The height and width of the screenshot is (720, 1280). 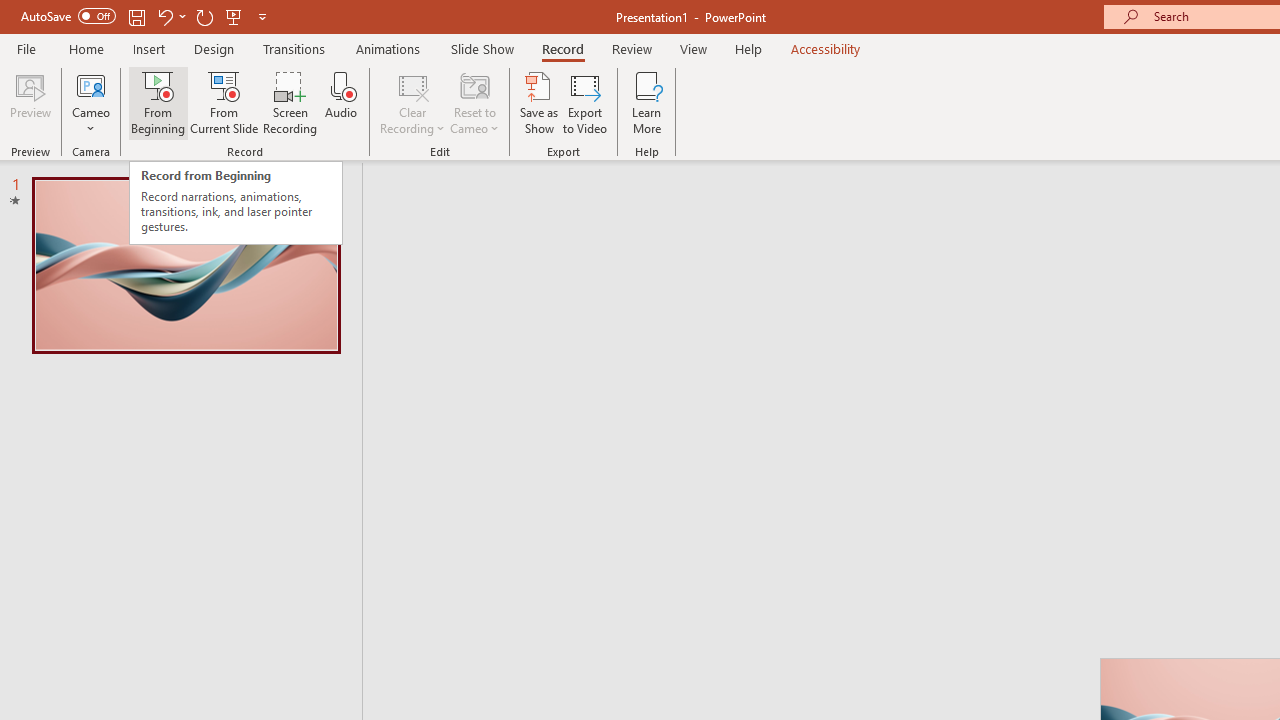 What do you see at coordinates (473, 103) in the screenshot?
I see `'Reset to Cameo'` at bounding box center [473, 103].